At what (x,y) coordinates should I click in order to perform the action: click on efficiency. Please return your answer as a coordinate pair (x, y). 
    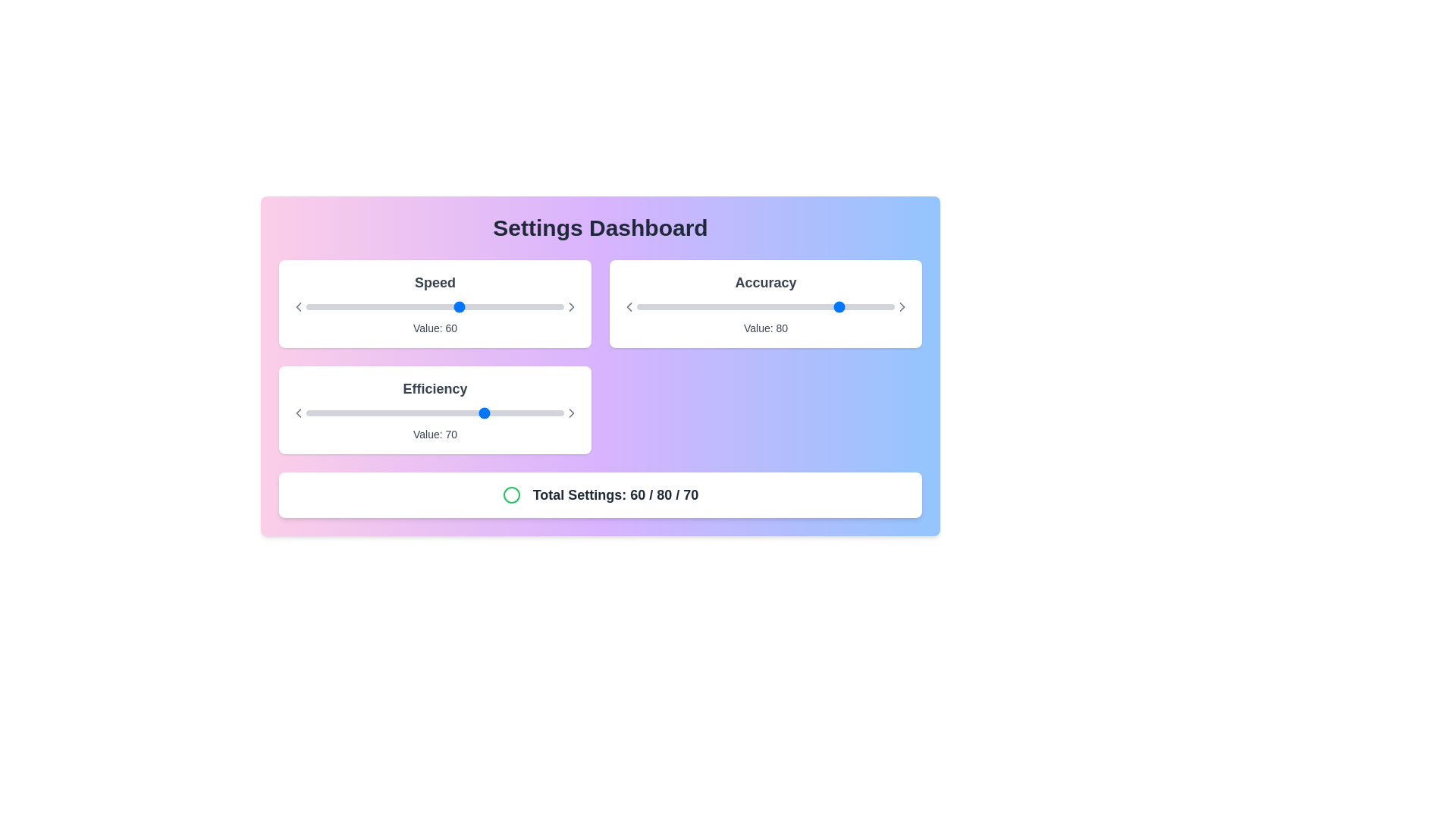
    Looking at the image, I should click on (406, 413).